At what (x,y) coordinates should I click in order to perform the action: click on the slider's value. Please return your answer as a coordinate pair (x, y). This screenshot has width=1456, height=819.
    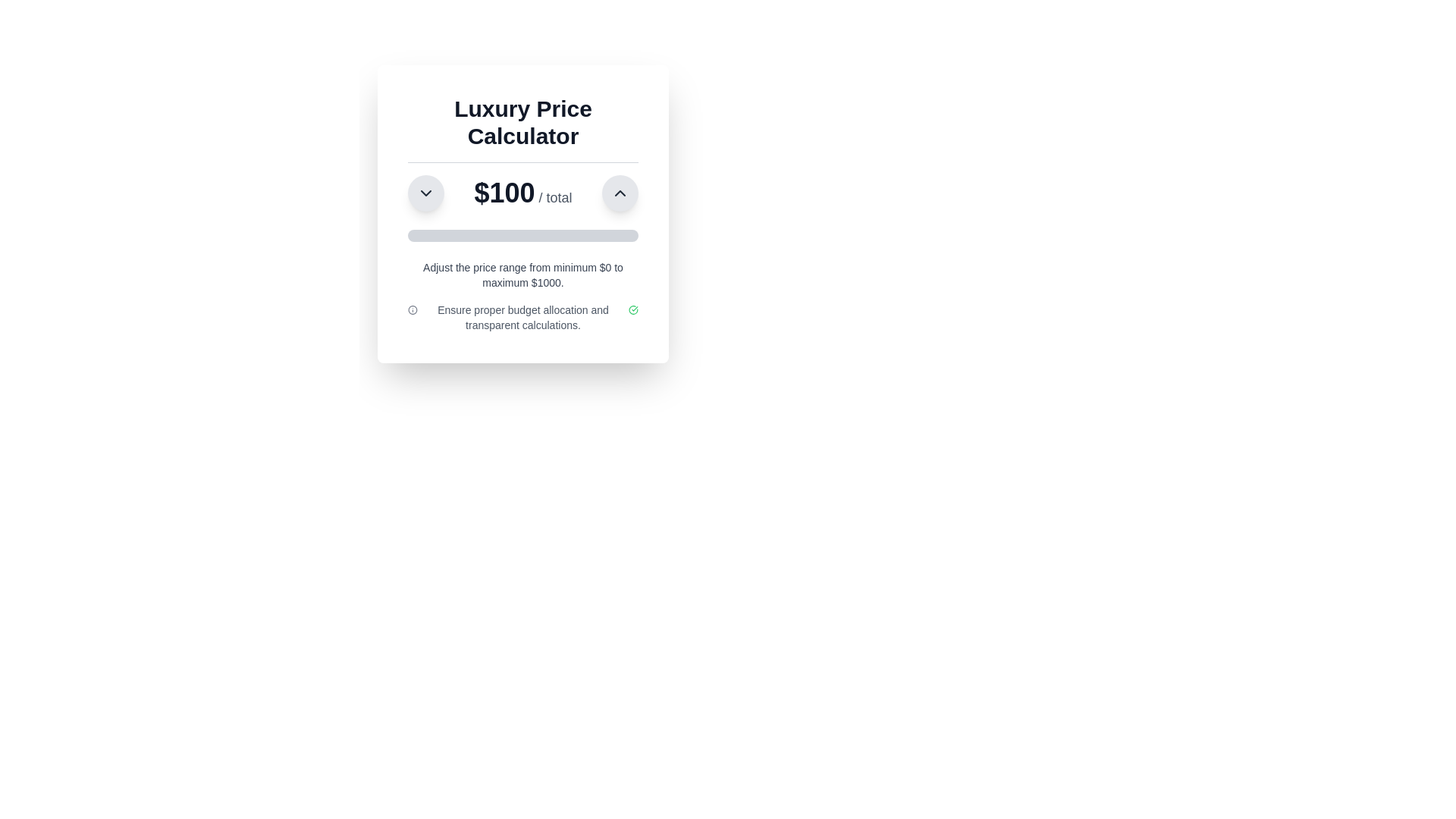
    Looking at the image, I should click on (421, 236).